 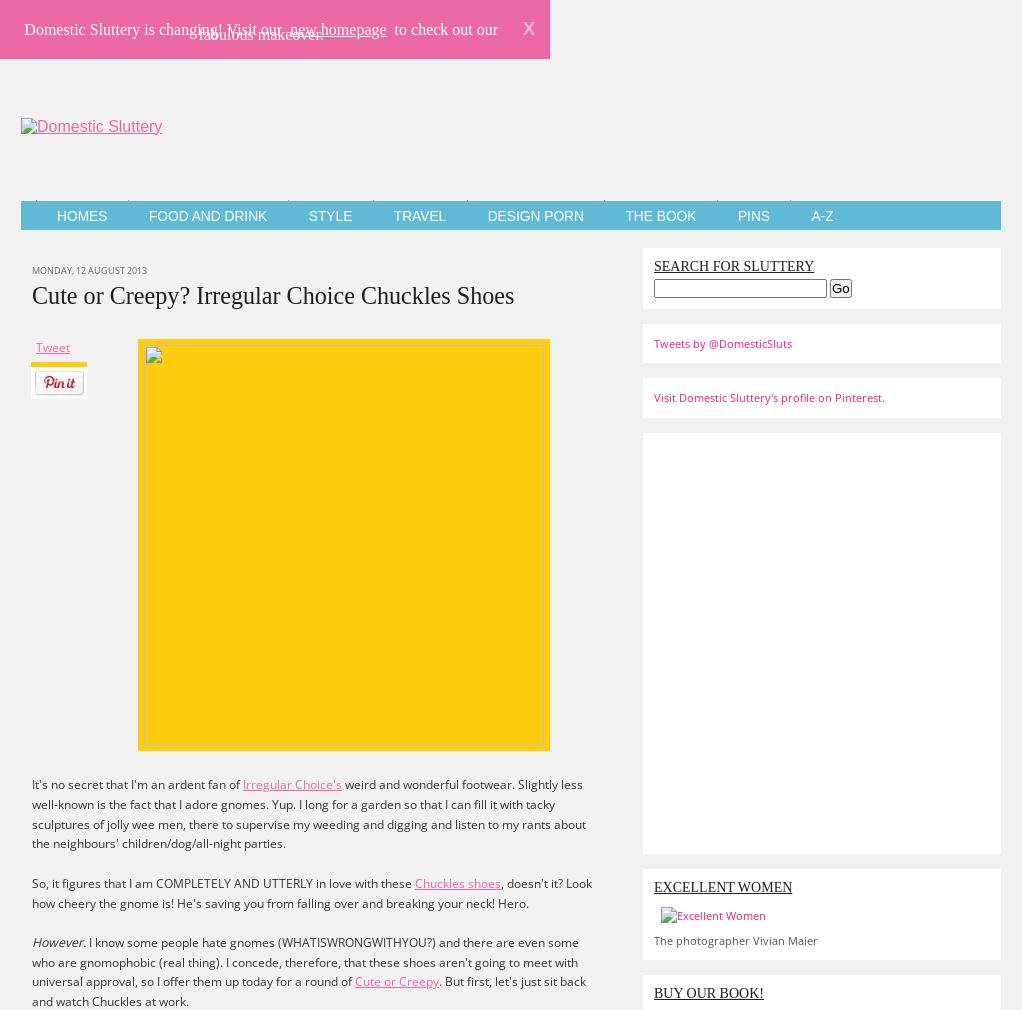 I want to click on 'I know some people hate gnomes (WHATISWRONGWITHYOU?) and there are even some who are gnomophobic (real thing). I concede, therefore, that these shoes aren't going to meet with universal approval, so I offer them up today for a round of', so click(x=304, y=961).